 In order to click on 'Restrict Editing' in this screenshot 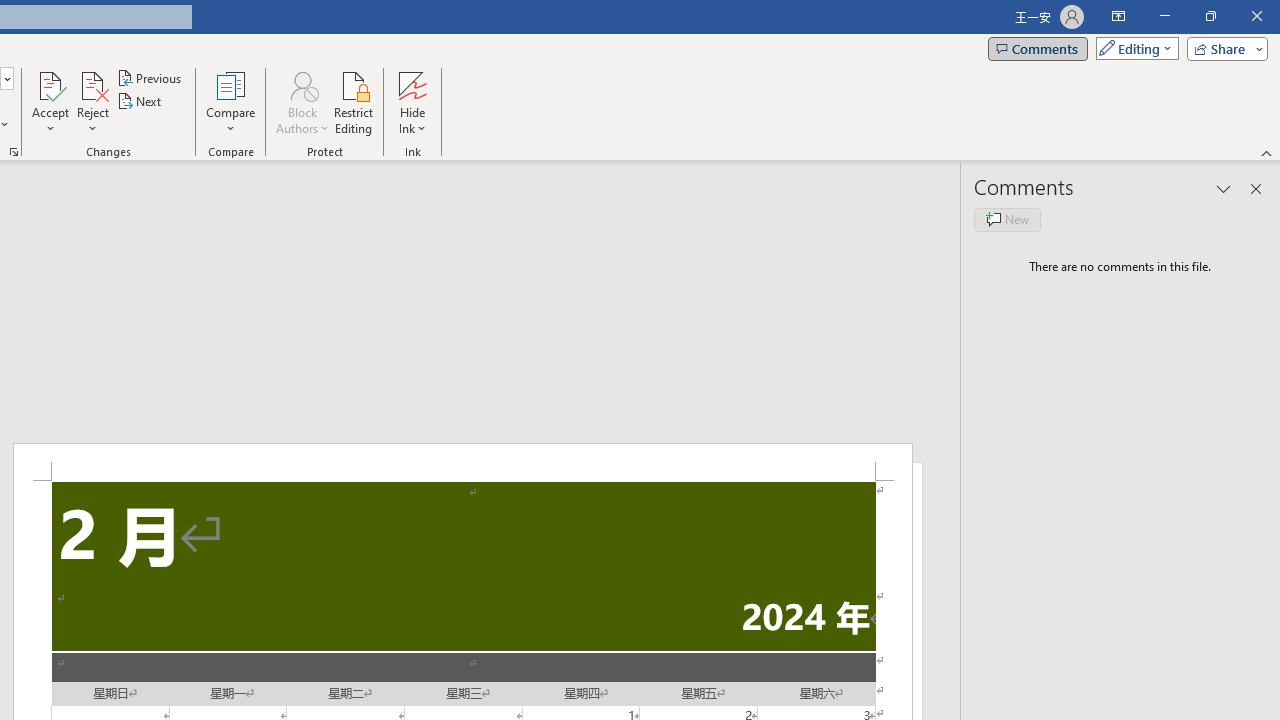, I will do `click(353, 103)`.